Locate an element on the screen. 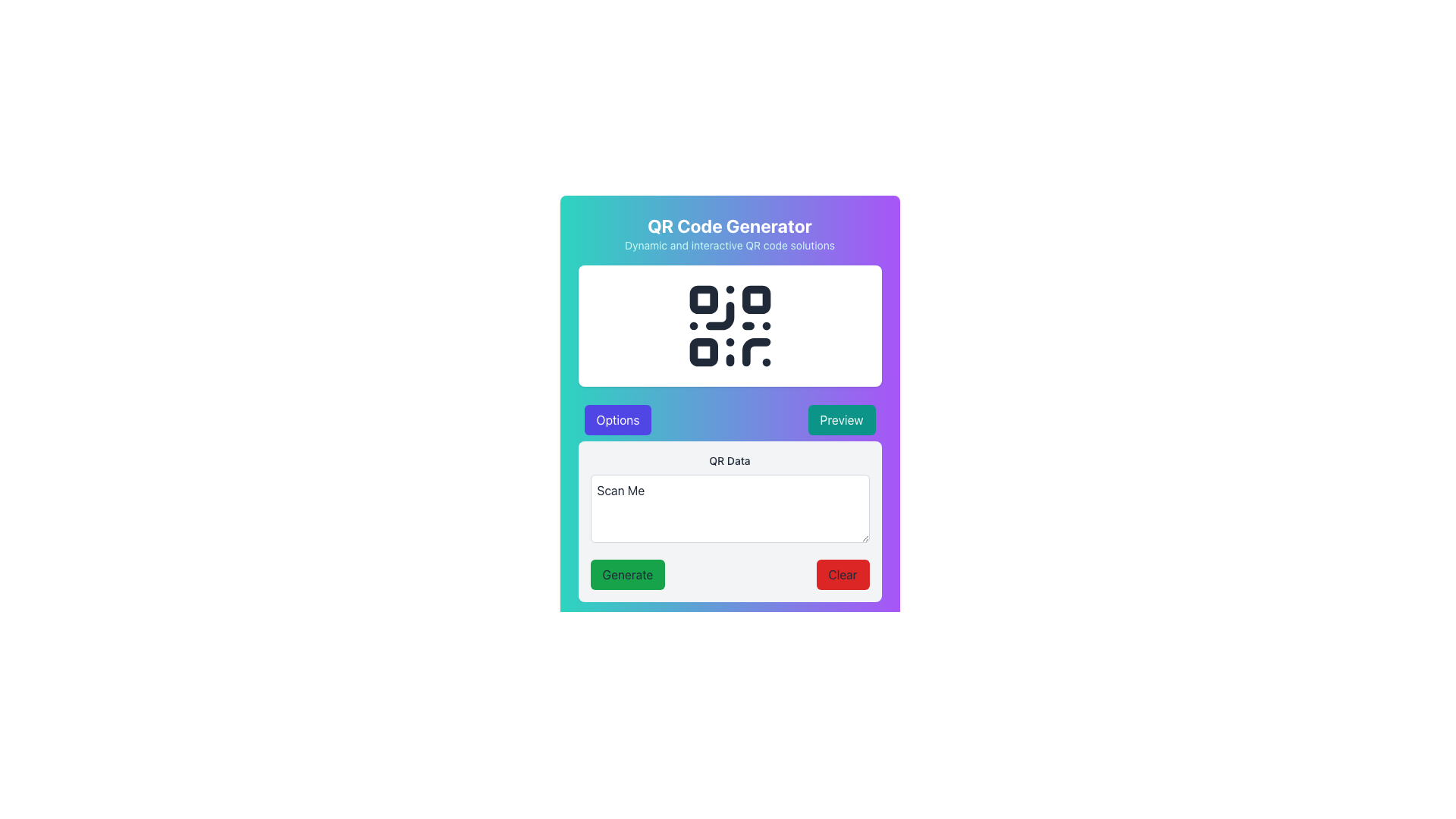 This screenshot has width=1456, height=819. the bottom-left square of the QR code pattern, which is a small white square with a black border is located at coordinates (702, 352).